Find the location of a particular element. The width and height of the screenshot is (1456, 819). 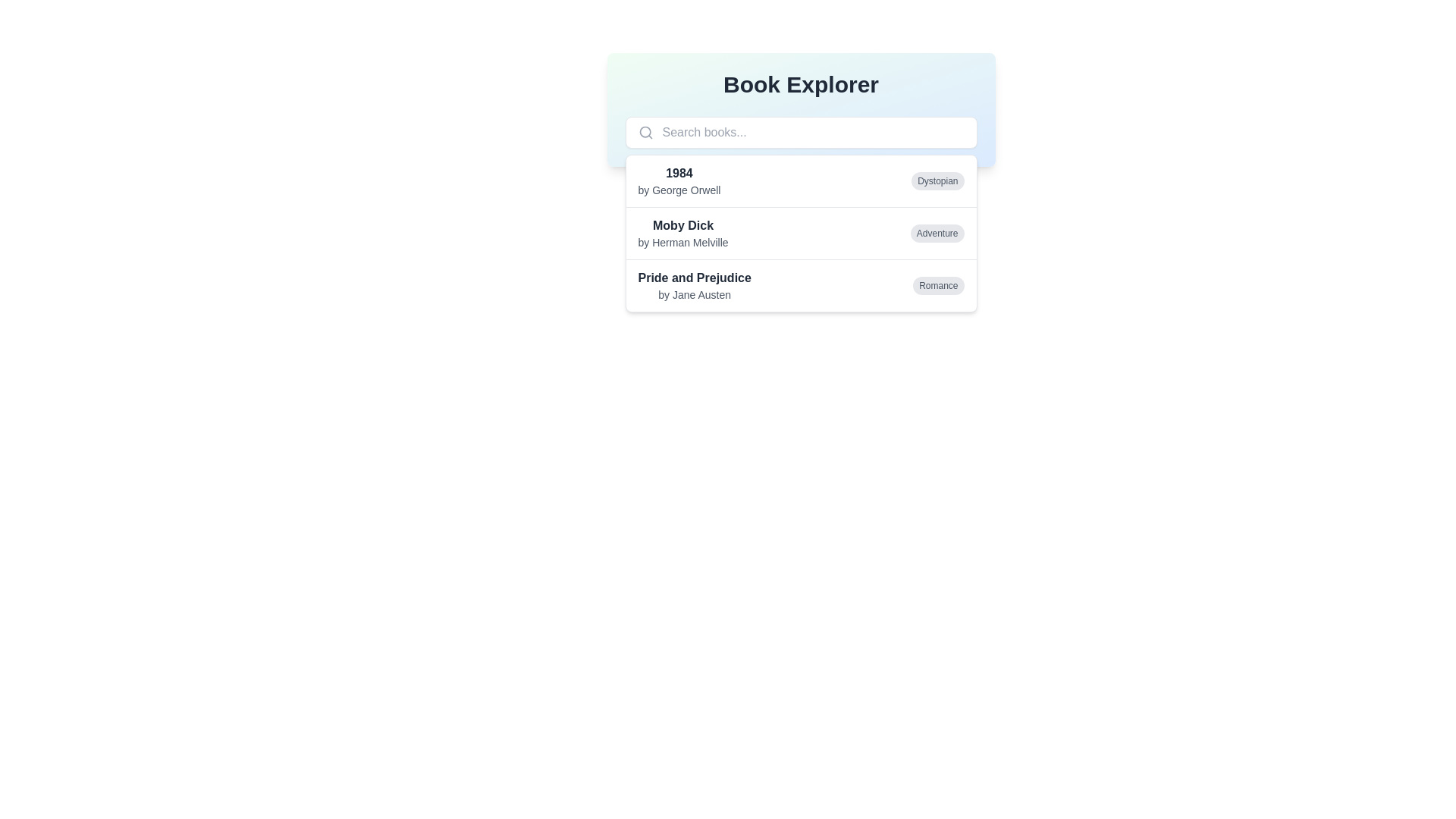

the 'Romance' genre tag associated with the 'Pride and Prejudice by Jane Austen' book entry, located on the right side of the text in the third row is located at coordinates (937, 286).